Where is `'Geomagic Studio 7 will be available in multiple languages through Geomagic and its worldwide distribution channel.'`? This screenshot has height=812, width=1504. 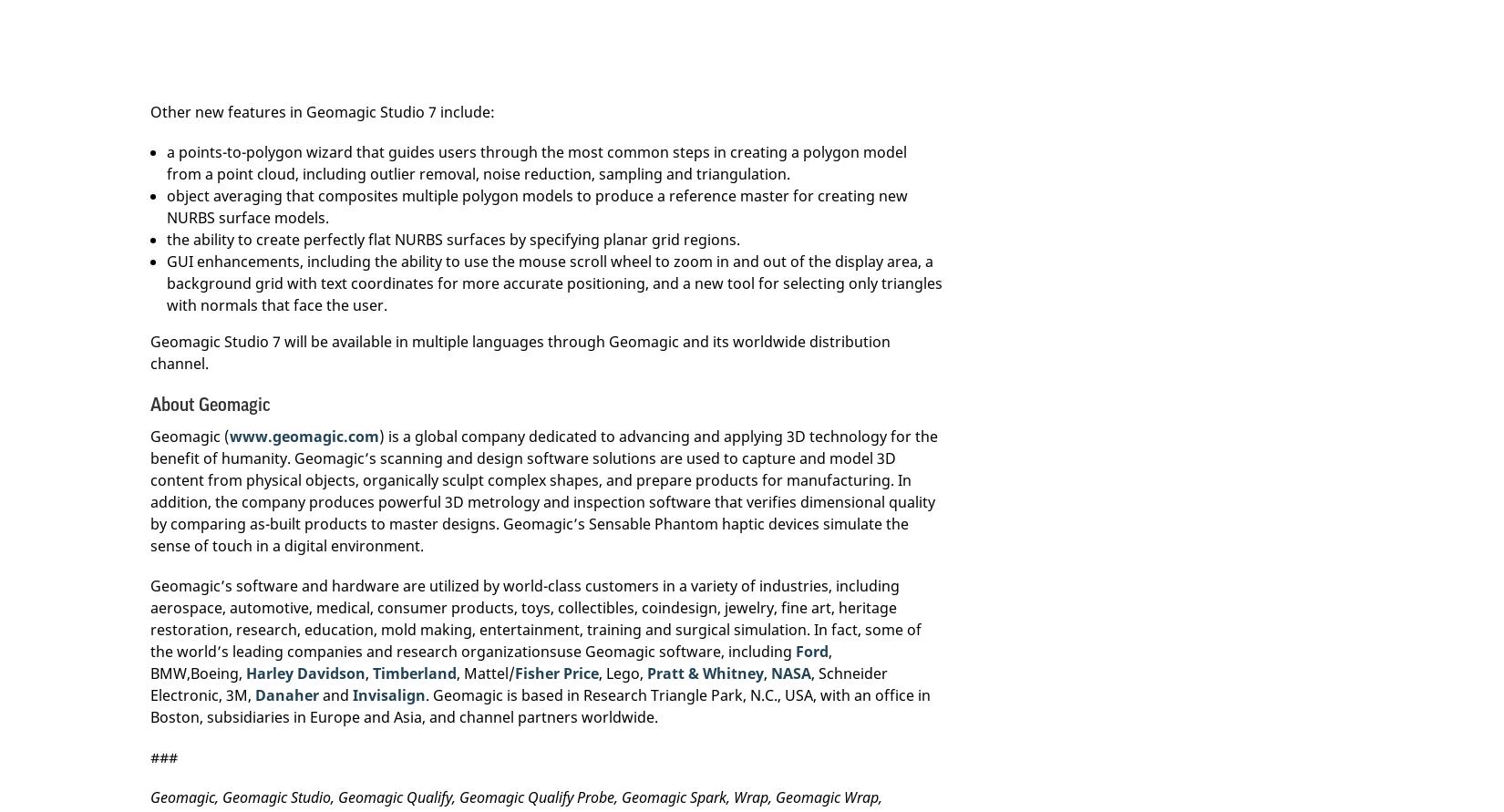
'Geomagic Studio 7 will be available in multiple languages through Geomagic and its worldwide distribution channel.' is located at coordinates (150, 352).